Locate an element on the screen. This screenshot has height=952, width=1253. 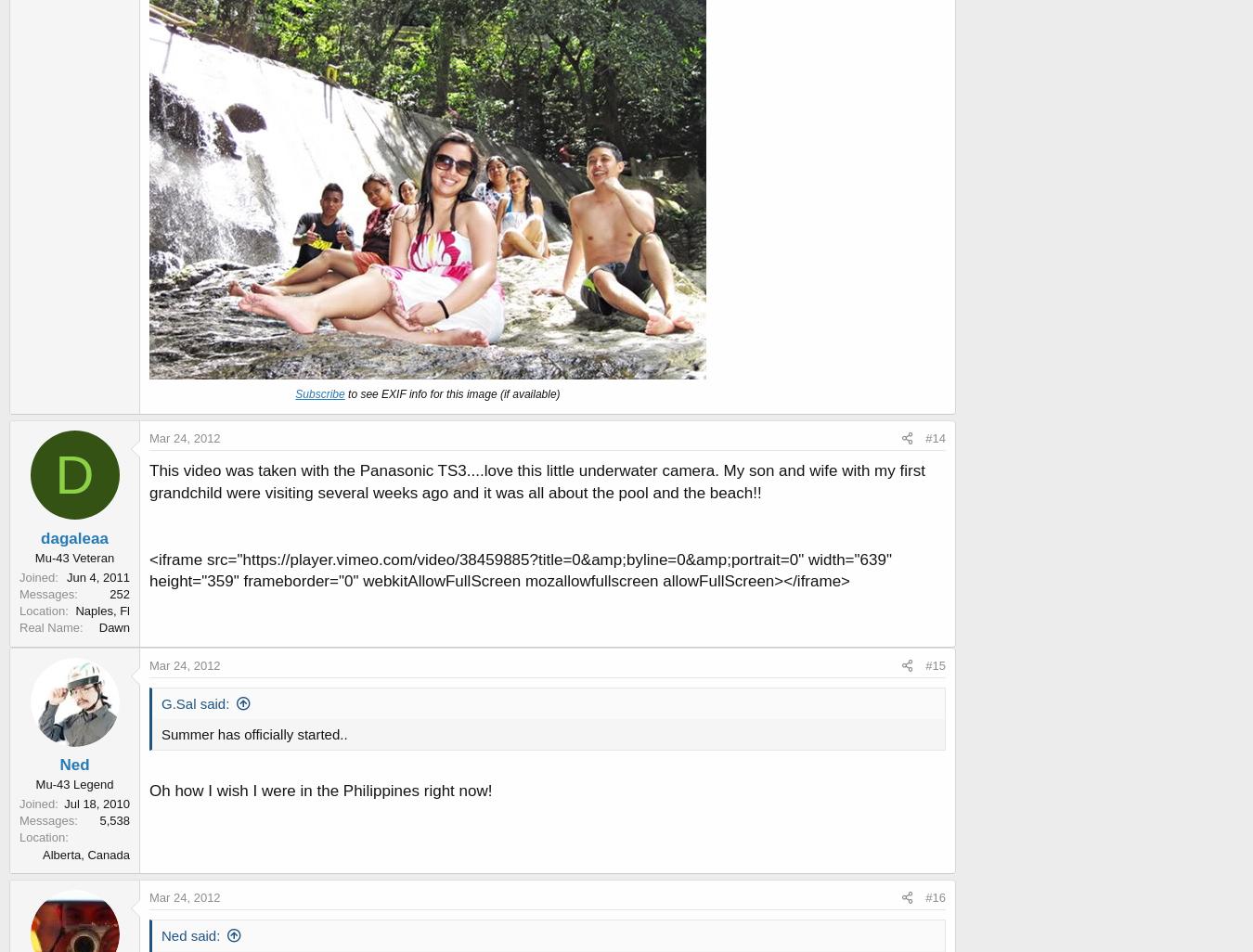
'D' is located at coordinates (73, 473).